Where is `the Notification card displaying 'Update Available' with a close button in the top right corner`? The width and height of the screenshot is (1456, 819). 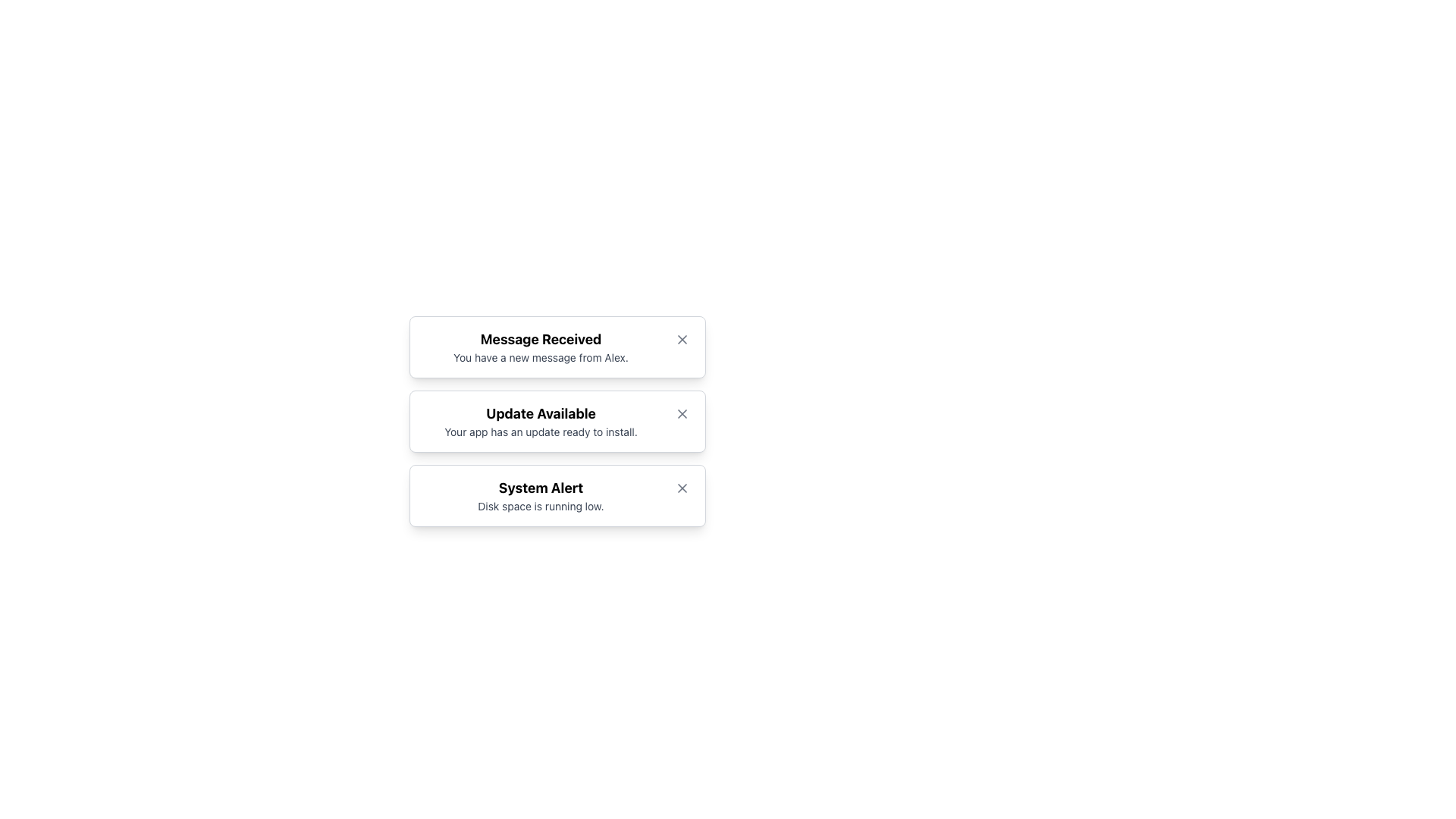 the Notification card displaying 'Update Available' with a close button in the top right corner is located at coordinates (557, 421).